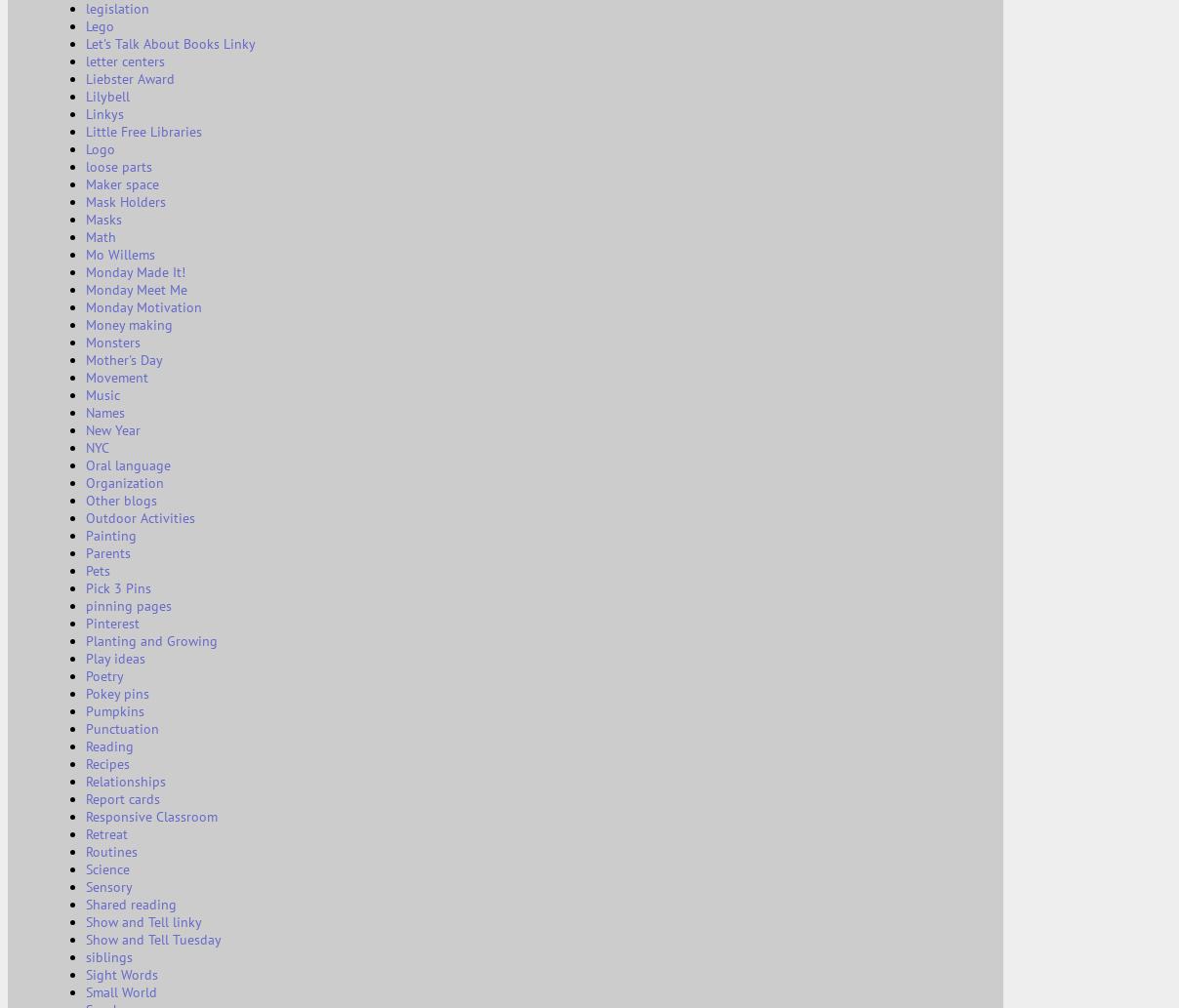 This screenshot has width=1179, height=1008. What do you see at coordinates (121, 728) in the screenshot?
I see `'Punctuation'` at bounding box center [121, 728].